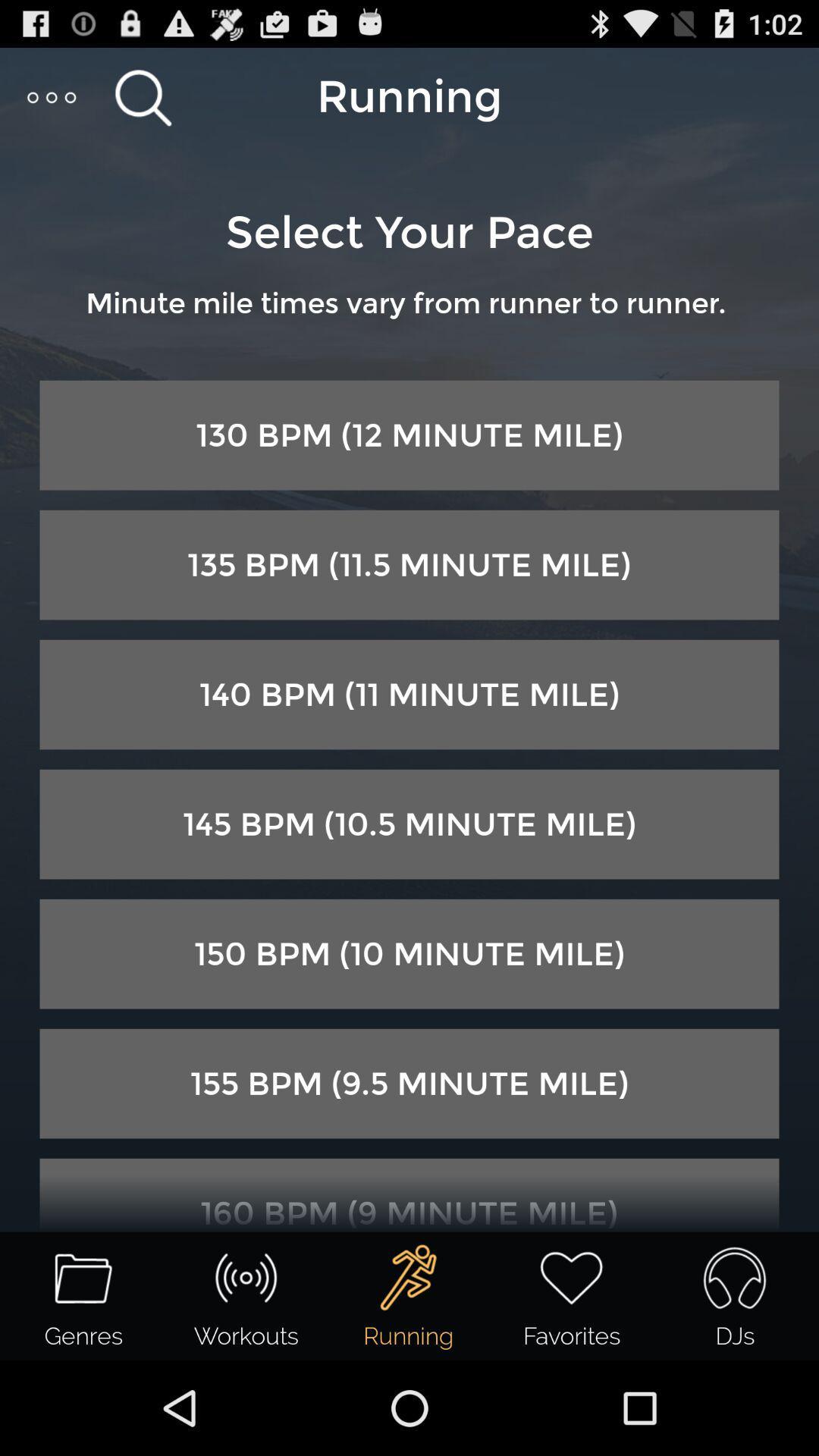 This screenshot has width=819, height=1456. Describe the element at coordinates (409, 435) in the screenshot. I see `the 130 bpm 12` at that location.